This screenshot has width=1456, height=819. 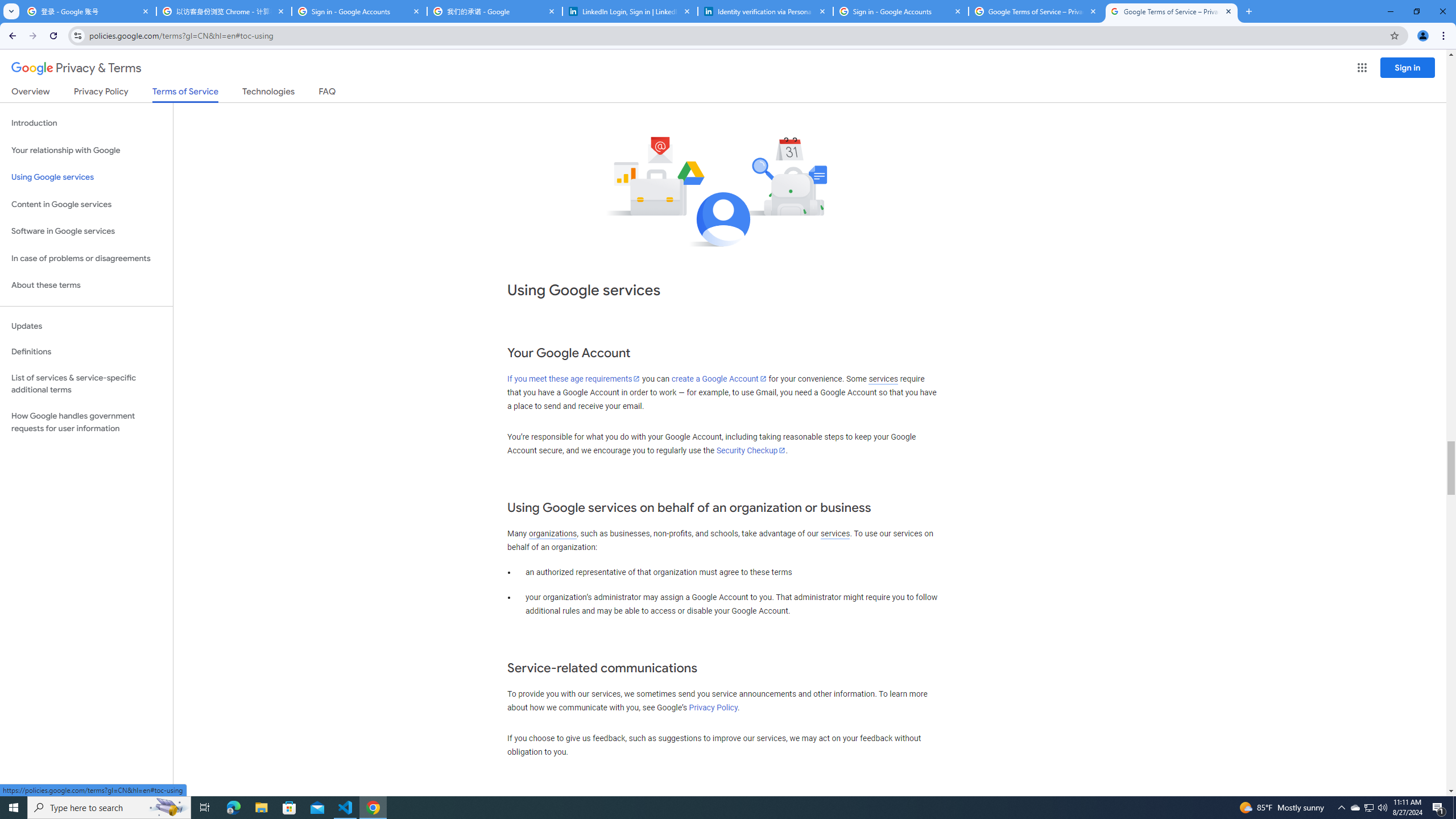 I want to click on 'LinkedIn Login, Sign in | LinkedIn', so click(x=630, y=11).